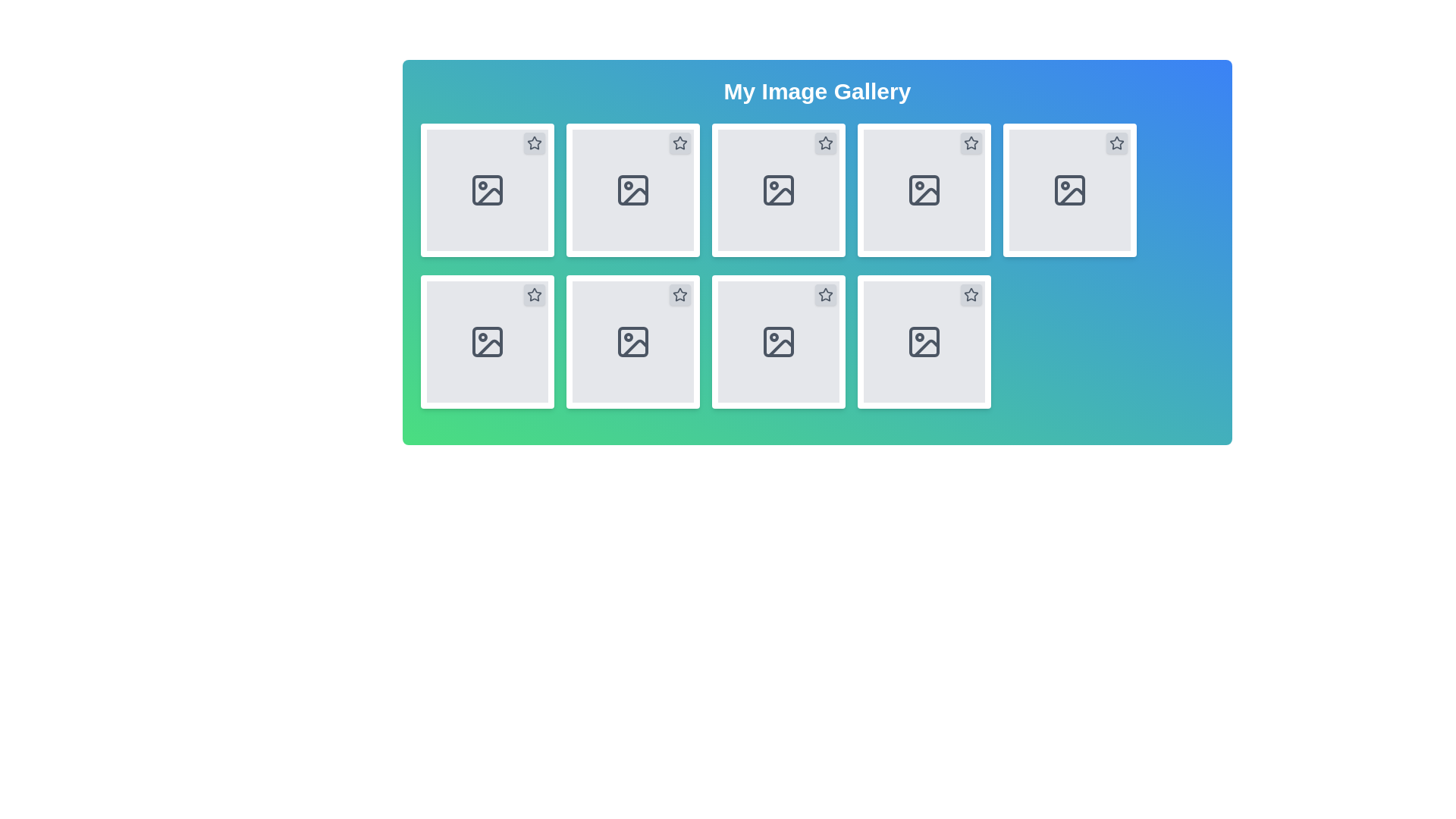 The image size is (1456, 819). I want to click on the image placeholder icon located in the top right corner of the 'My Image Gallery', so click(1069, 189).